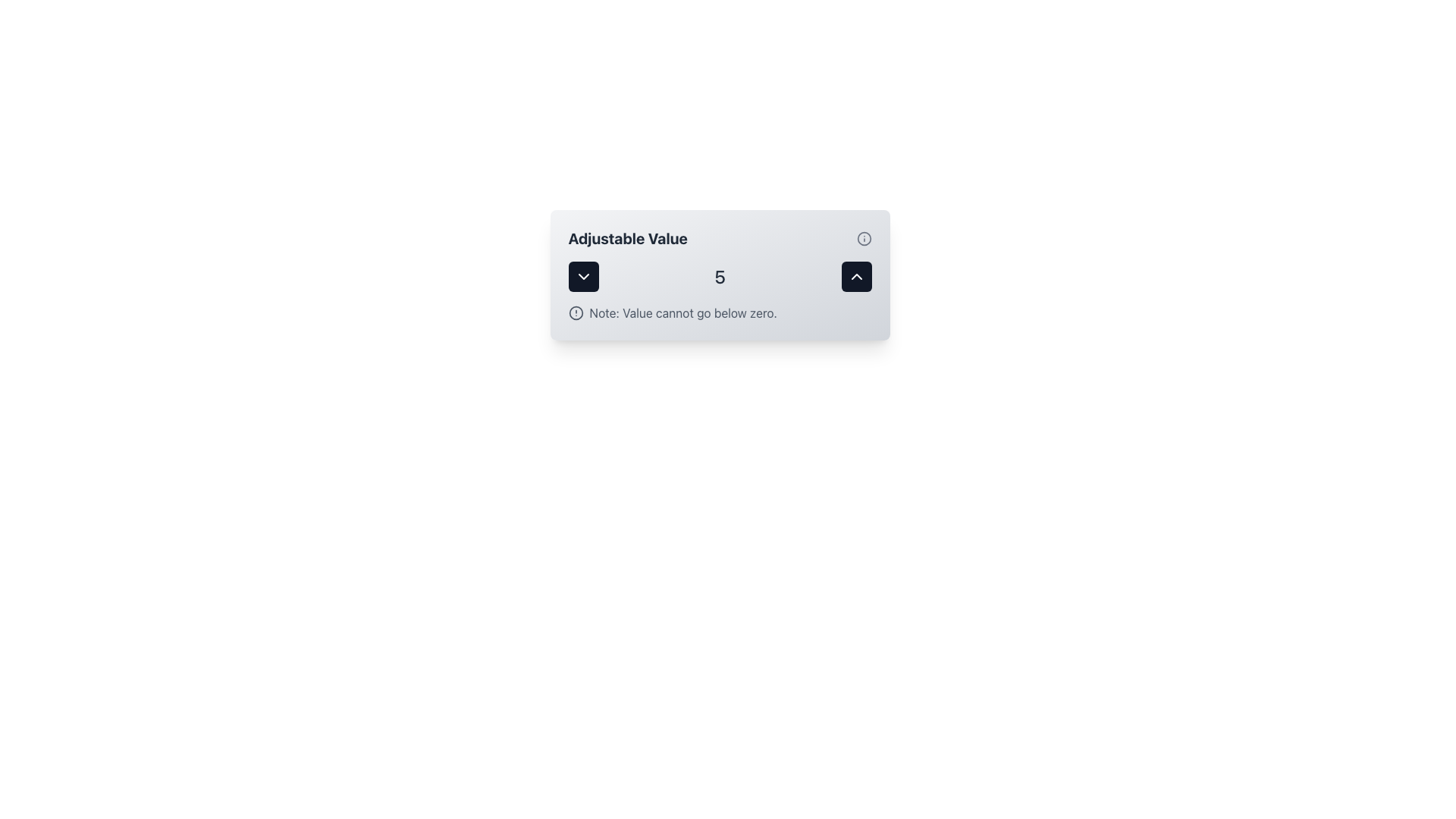 Image resolution: width=1456 pixels, height=819 pixels. I want to click on the small, square button with a dark gray background and a white upward arrow icon, located to the far right of the numeric value '5', to increment the value, so click(856, 277).